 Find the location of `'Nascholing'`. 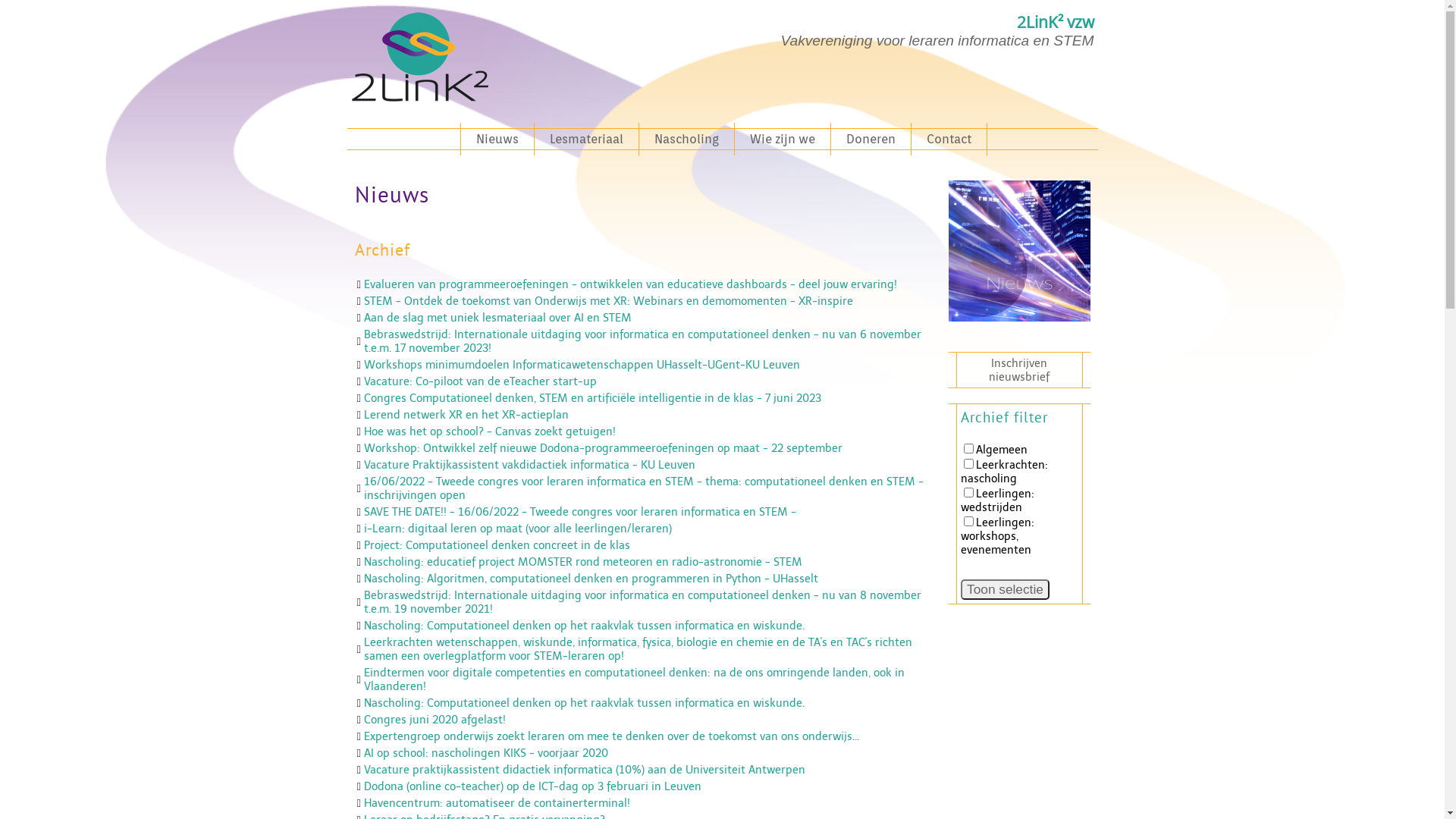

'Nascholing' is located at coordinates (686, 139).